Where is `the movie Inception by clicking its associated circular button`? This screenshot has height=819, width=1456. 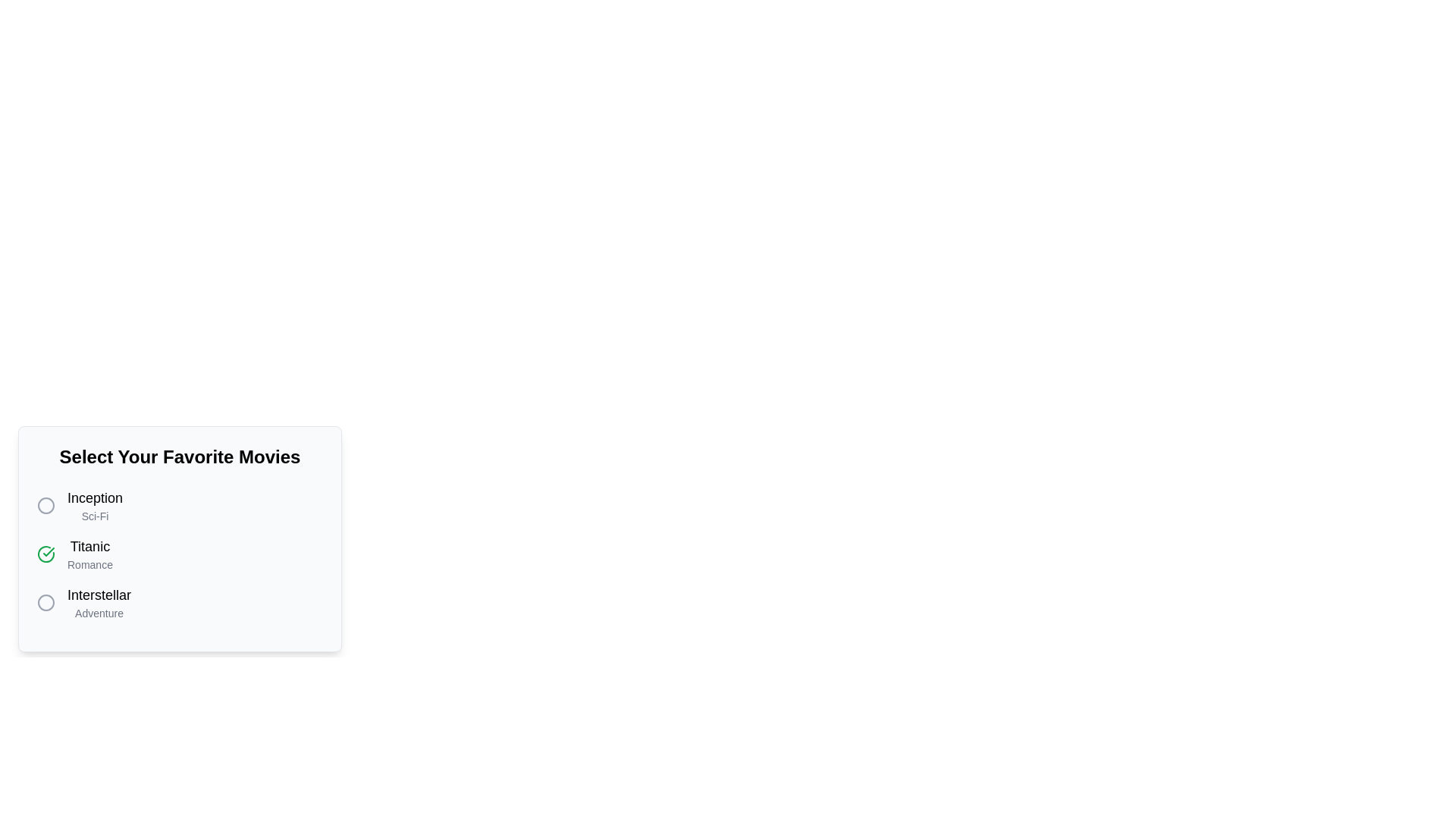
the movie Inception by clicking its associated circular button is located at coordinates (46, 506).